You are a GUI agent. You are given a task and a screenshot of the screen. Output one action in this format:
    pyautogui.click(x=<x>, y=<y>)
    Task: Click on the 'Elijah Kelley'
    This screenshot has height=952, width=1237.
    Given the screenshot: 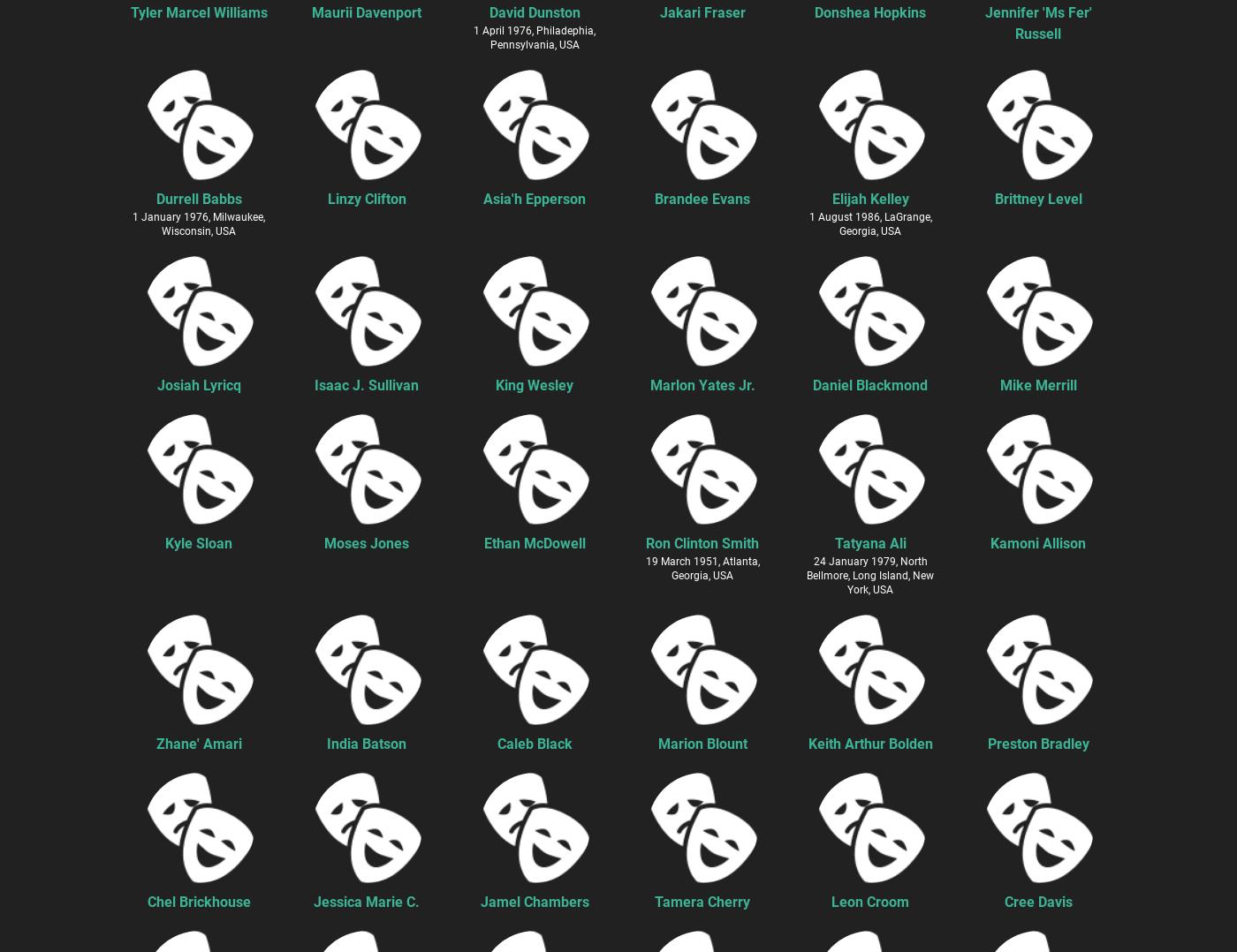 What is the action you would take?
    pyautogui.click(x=869, y=198)
    